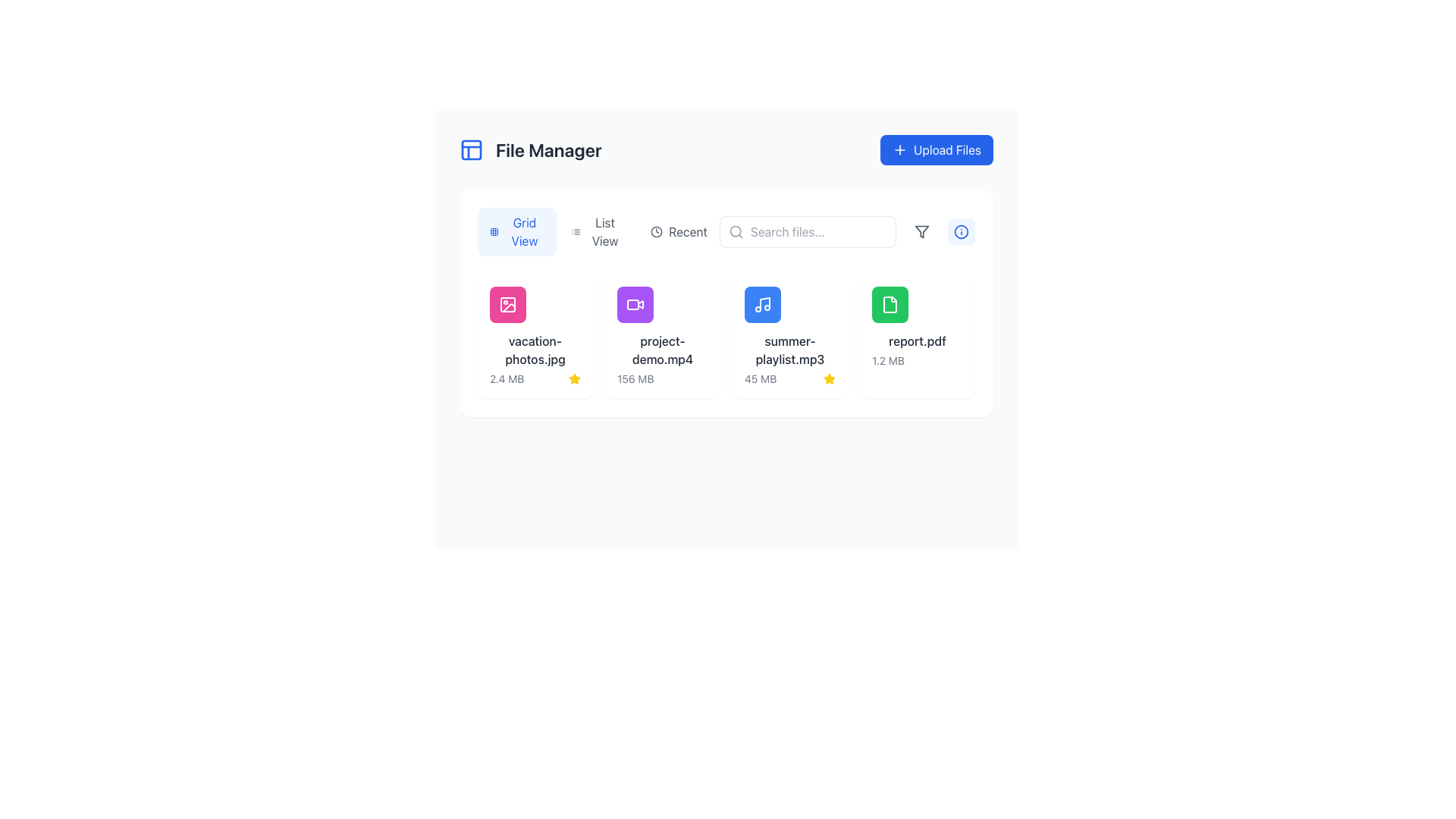  What do you see at coordinates (548, 149) in the screenshot?
I see `the text label that indicates the title or section name of the current view, positioned to the right of a square blue icon in the header section` at bounding box center [548, 149].